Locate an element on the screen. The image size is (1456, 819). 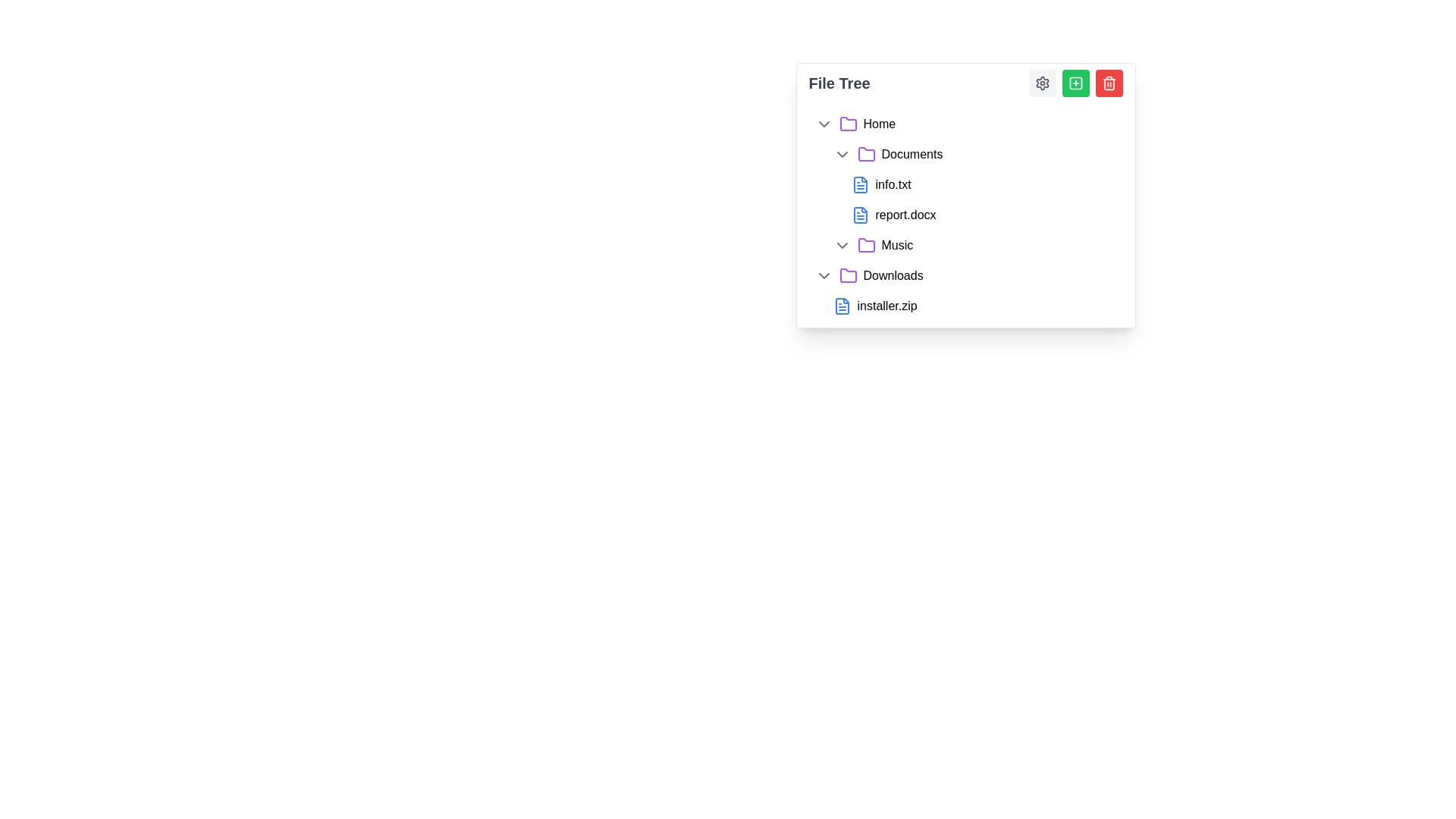
the folder icon representing the Downloads section is located at coordinates (847, 275).